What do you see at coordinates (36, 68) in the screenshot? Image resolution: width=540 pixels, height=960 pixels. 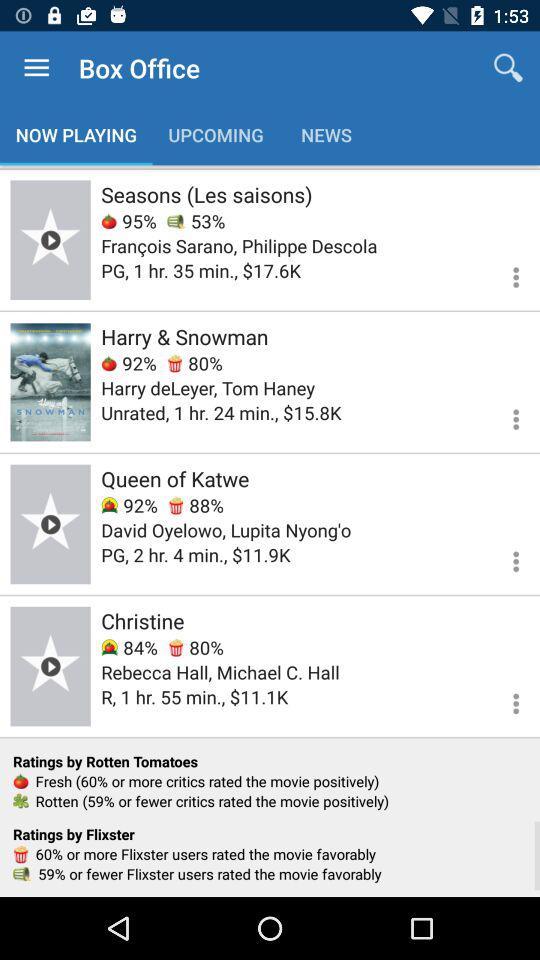 I see `icon next to the box office` at bounding box center [36, 68].